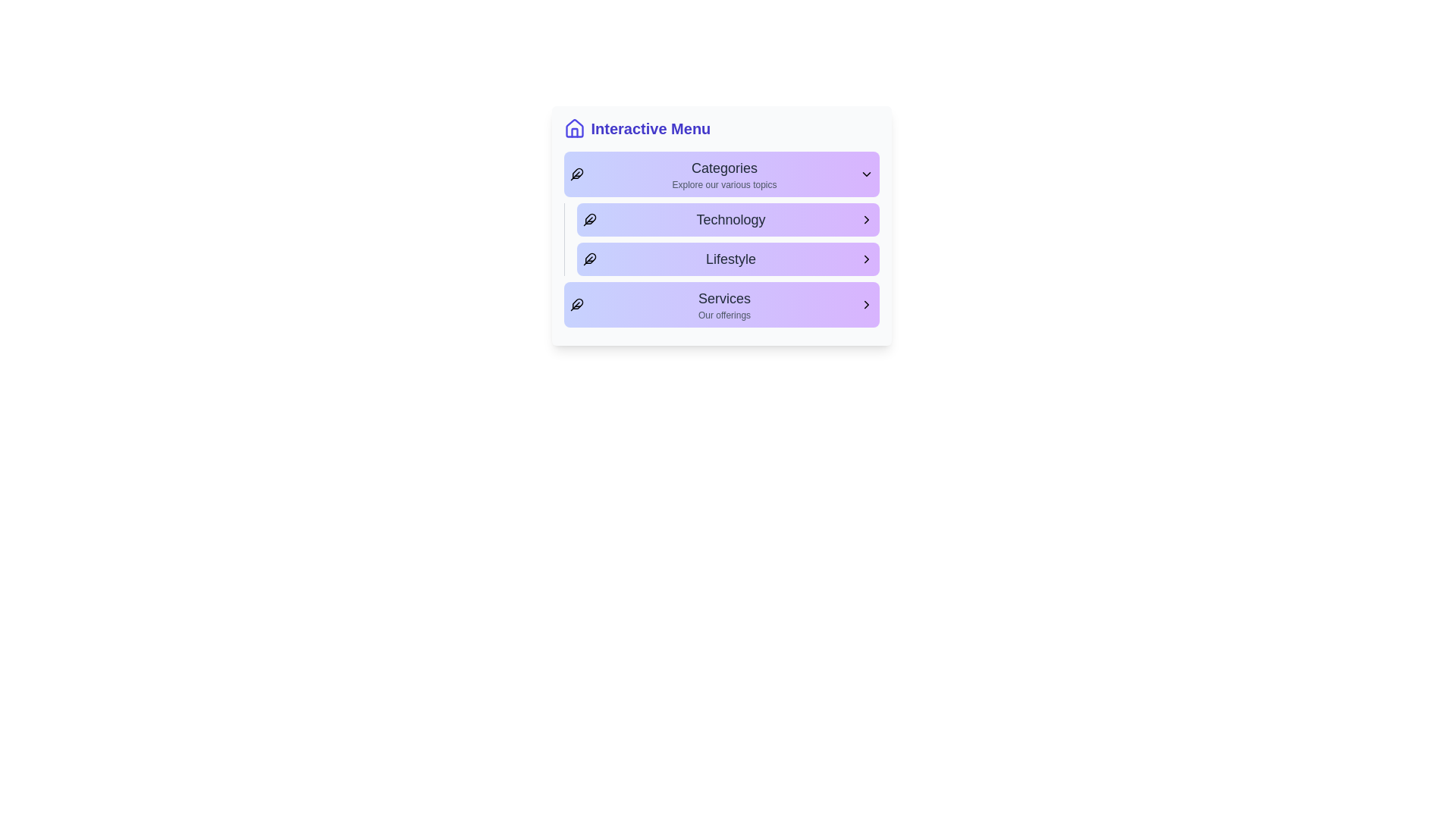 This screenshot has height=819, width=1456. Describe the element at coordinates (866, 259) in the screenshot. I see `the Chevron/Right Arrow icon located on the right side of the 'Lifestyle' menu option` at that location.